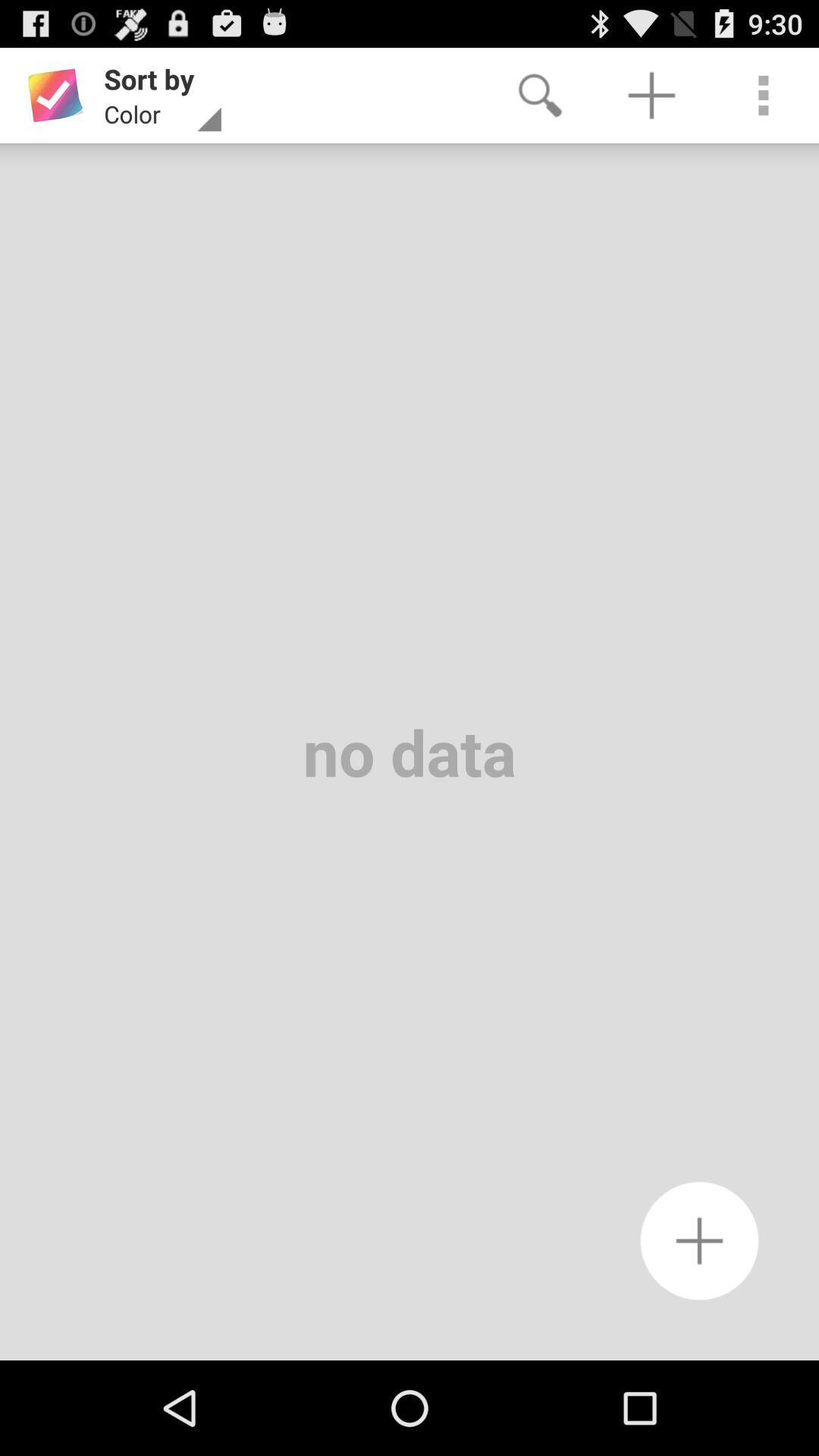  Describe the element at coordinates (699, 1241) in the screenshot. I see `a page` at that location.